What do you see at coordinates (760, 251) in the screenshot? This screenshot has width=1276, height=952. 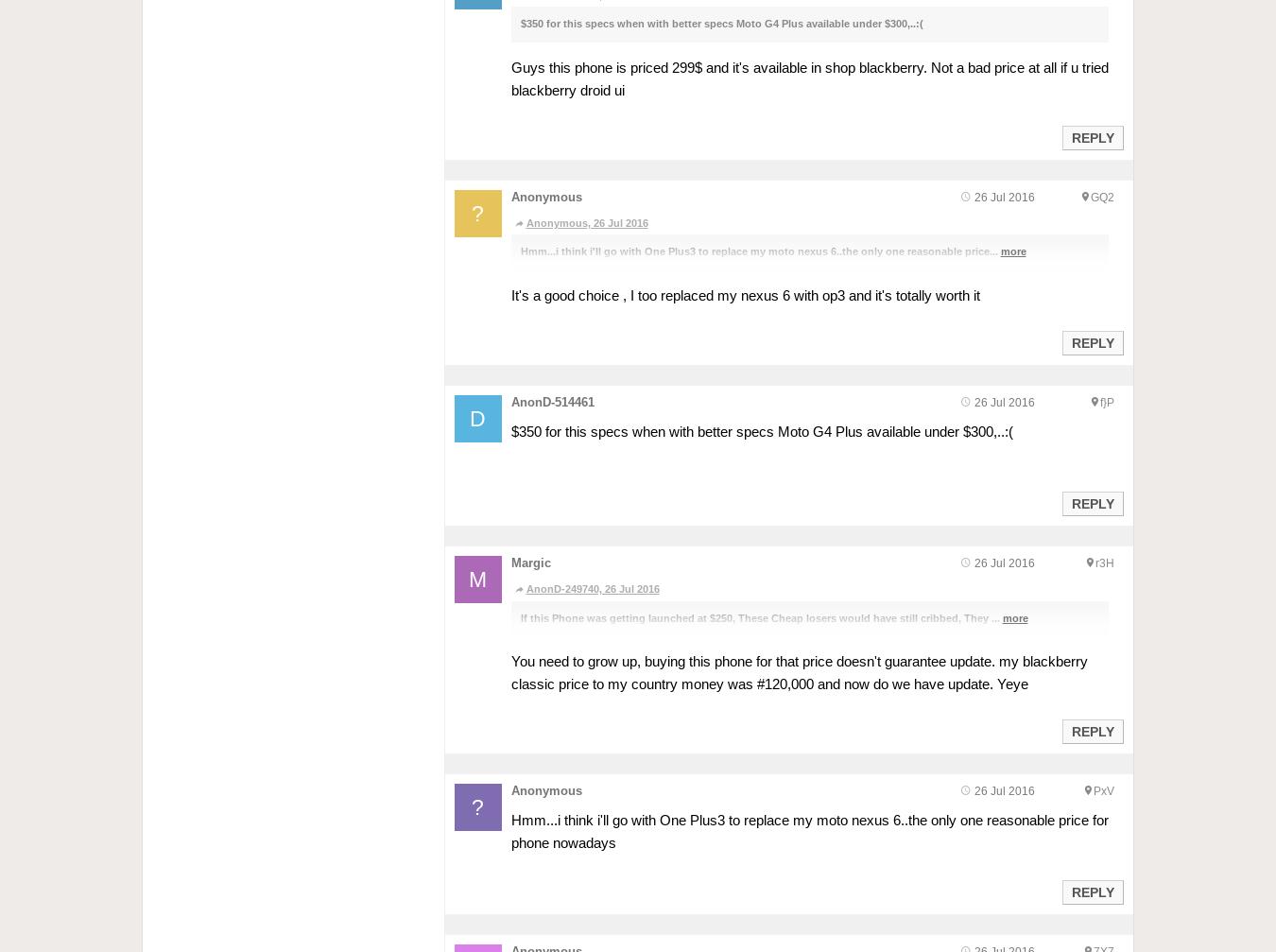 I see `'Hmm...i think i'll go with One Plus3 to replace my moto nexus 6..the only one reasonable price...'` at bounding box center [760, 251].